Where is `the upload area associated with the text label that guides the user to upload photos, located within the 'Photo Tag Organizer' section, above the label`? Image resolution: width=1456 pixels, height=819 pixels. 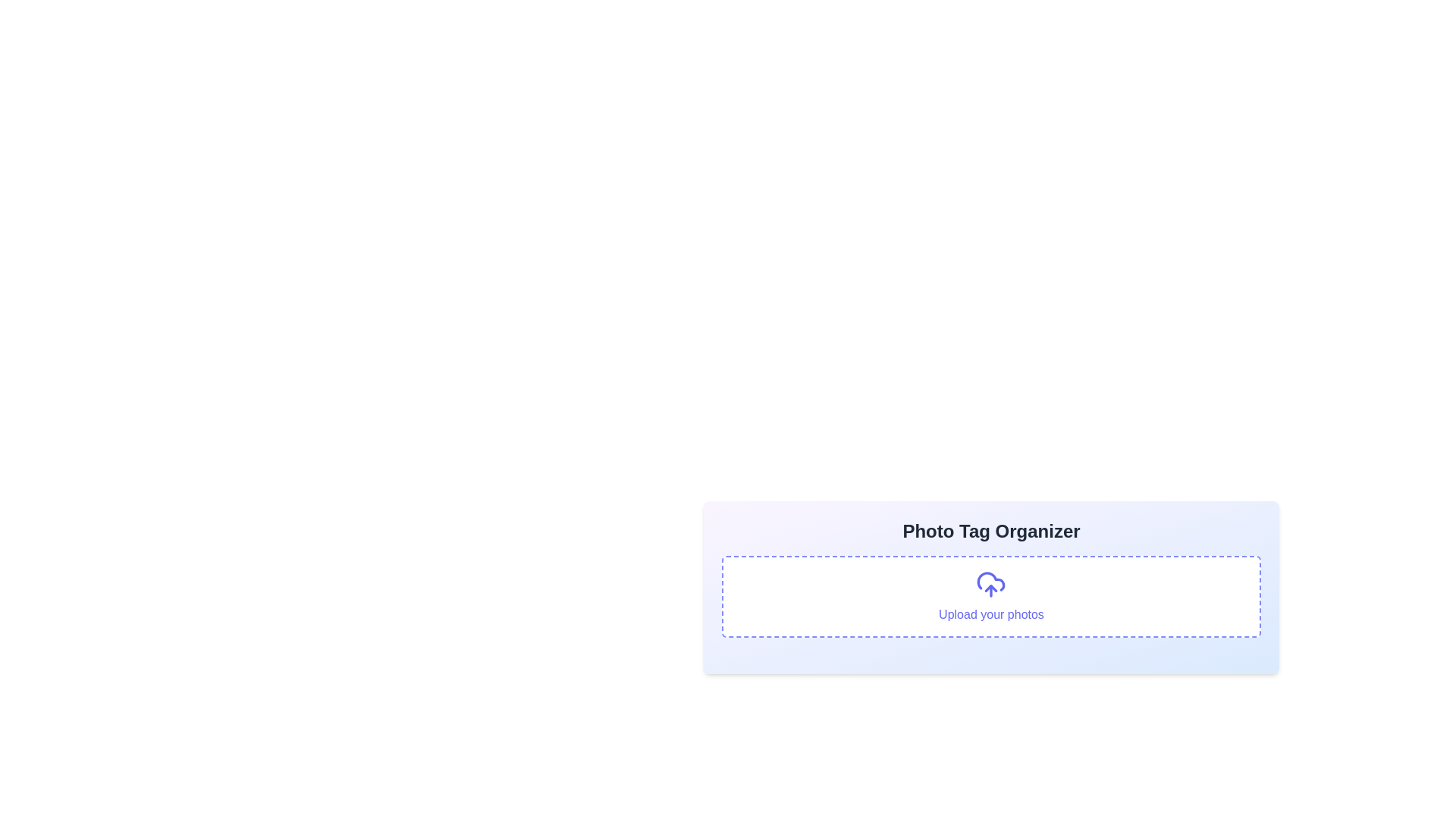
the upload area associated with the text label that guides the user to upload photos, located within the 'Photo Tag Organizer' section, above the label is located at coordinates (991, 595).